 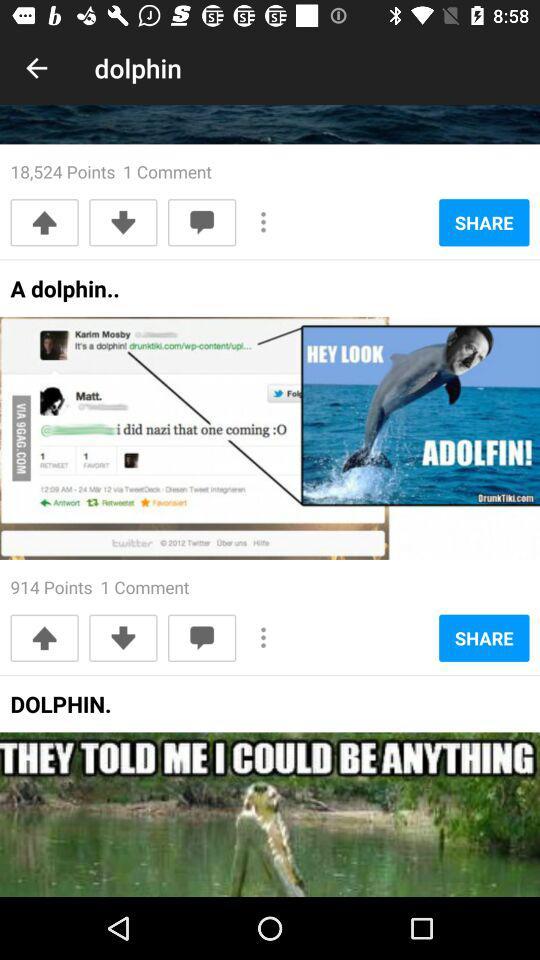 What do you see at coordinates (36, 68) in the screenshot?
I see `the item above the 18 524 points icon` at bounding box center [36, 68].